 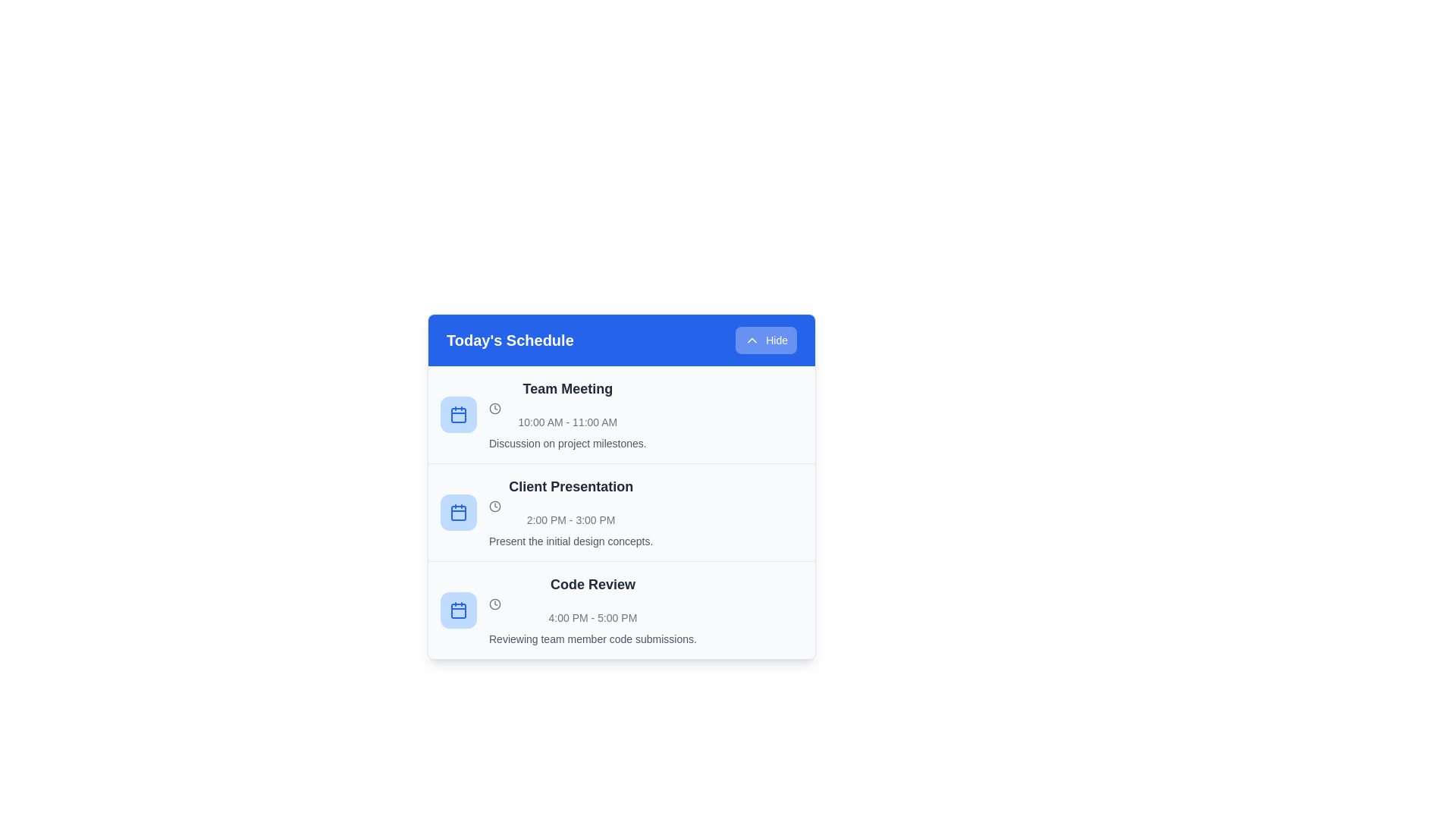 What do you see at coordinates (566, 444) in the screenshot?
I see `the descriptive label that provides additional details about the associated schedule item located below the '10:00 AM - 11:00 AM' text in the 'Today's Schedule' panel` at bounding box center [566, 444].